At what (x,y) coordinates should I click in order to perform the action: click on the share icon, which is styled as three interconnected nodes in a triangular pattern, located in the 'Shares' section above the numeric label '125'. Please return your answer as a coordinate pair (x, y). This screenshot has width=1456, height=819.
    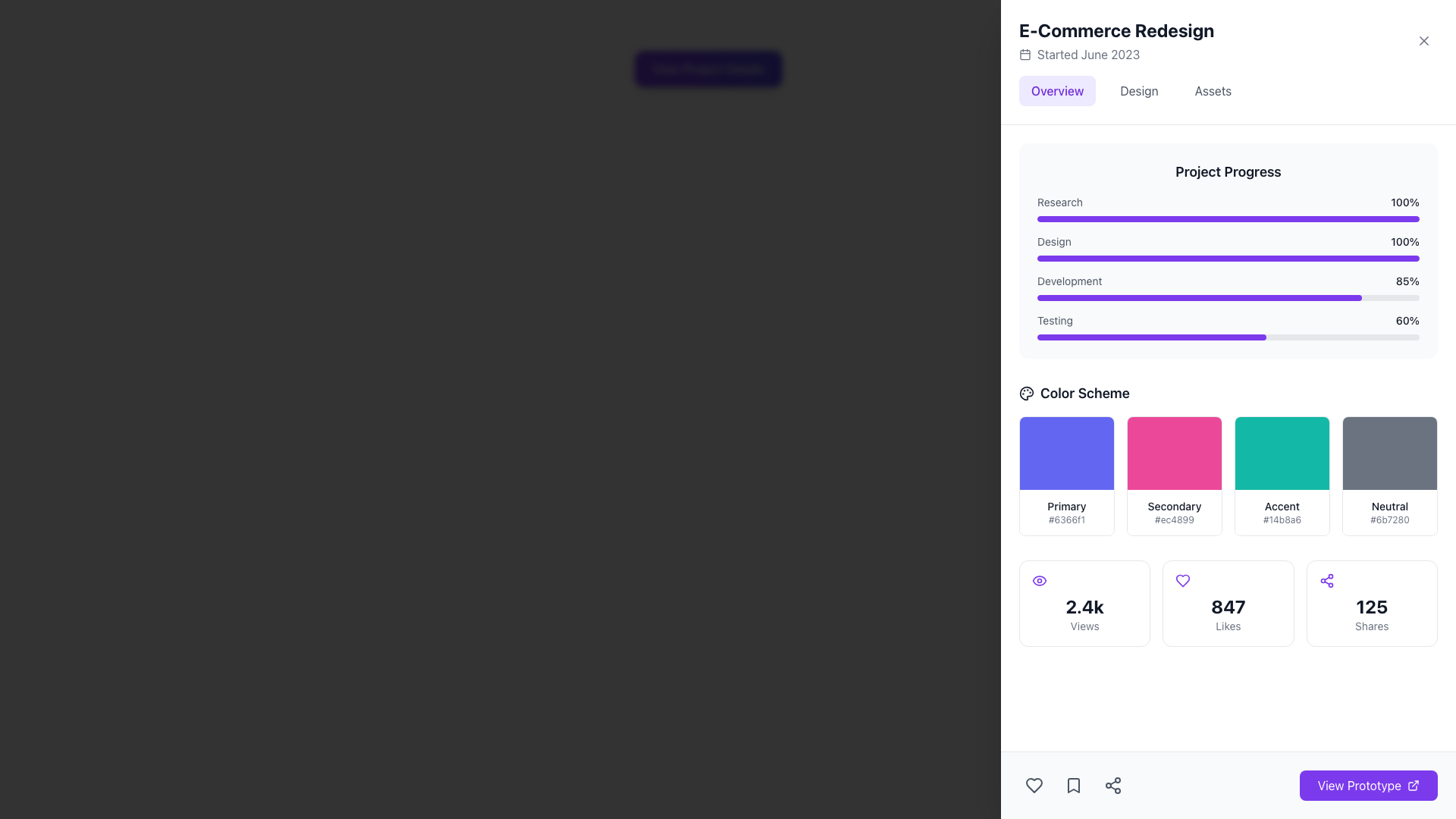
    Looking at the image, I should click on (1326, 580).